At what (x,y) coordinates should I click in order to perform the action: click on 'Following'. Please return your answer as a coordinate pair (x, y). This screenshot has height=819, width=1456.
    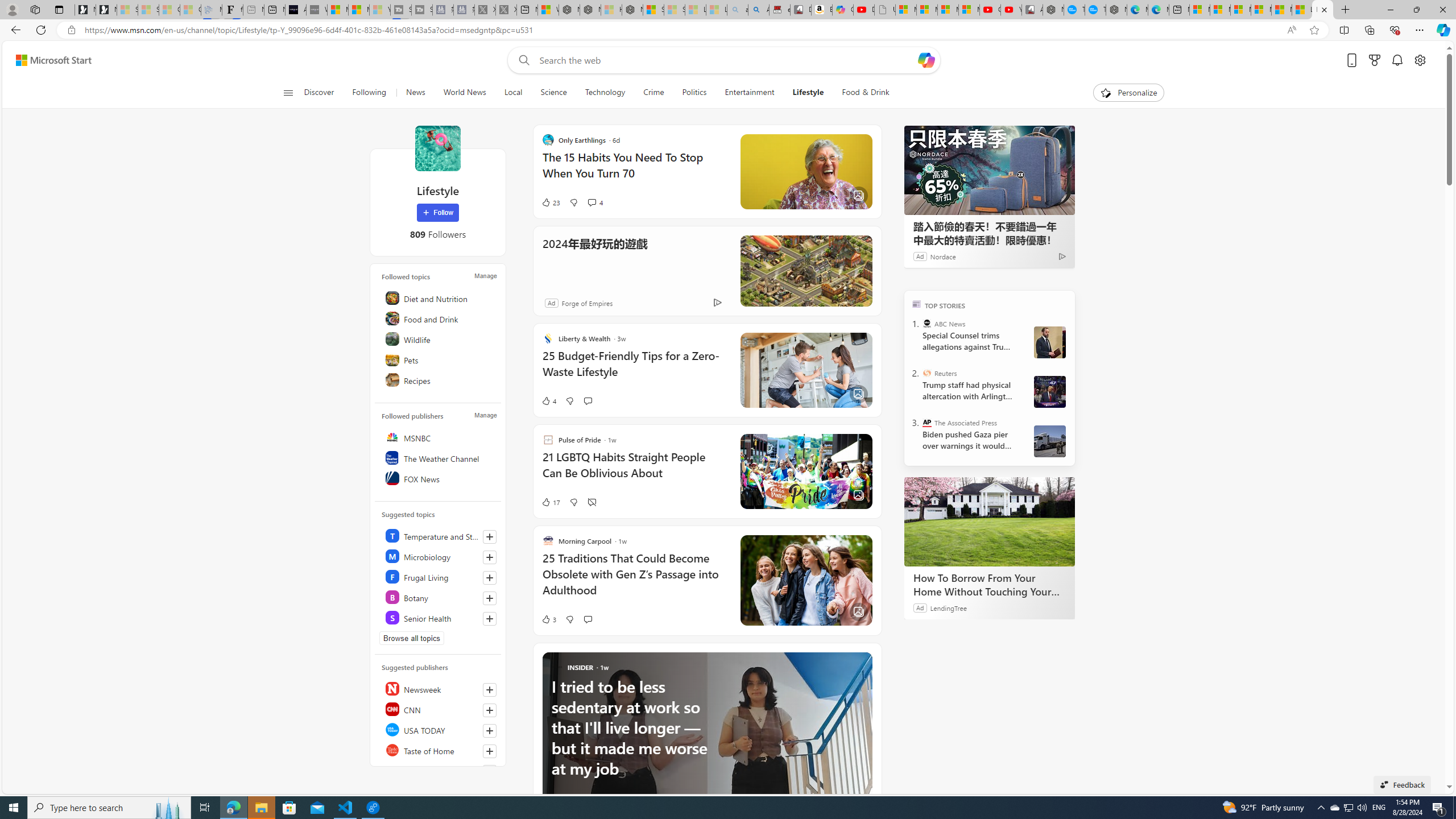
    Looking at the image, I should click on (370, 92).